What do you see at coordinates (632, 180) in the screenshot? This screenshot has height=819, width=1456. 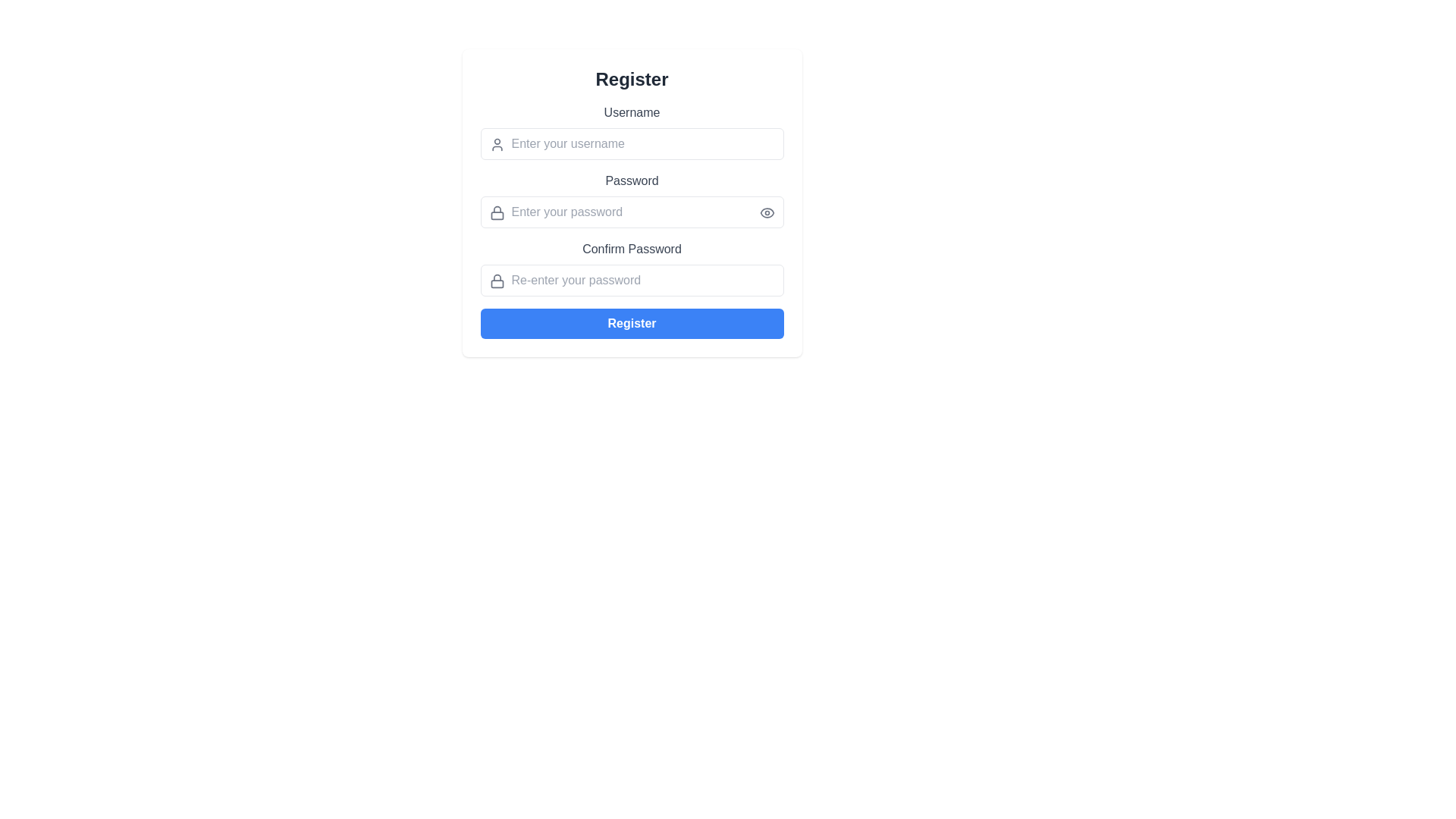 I see `the label indicating that the user needs to input their password, which is located in the middle section of the registration form, directly below the 'Username' field and above the 'Password' input field` at bounding box center [632, 180].